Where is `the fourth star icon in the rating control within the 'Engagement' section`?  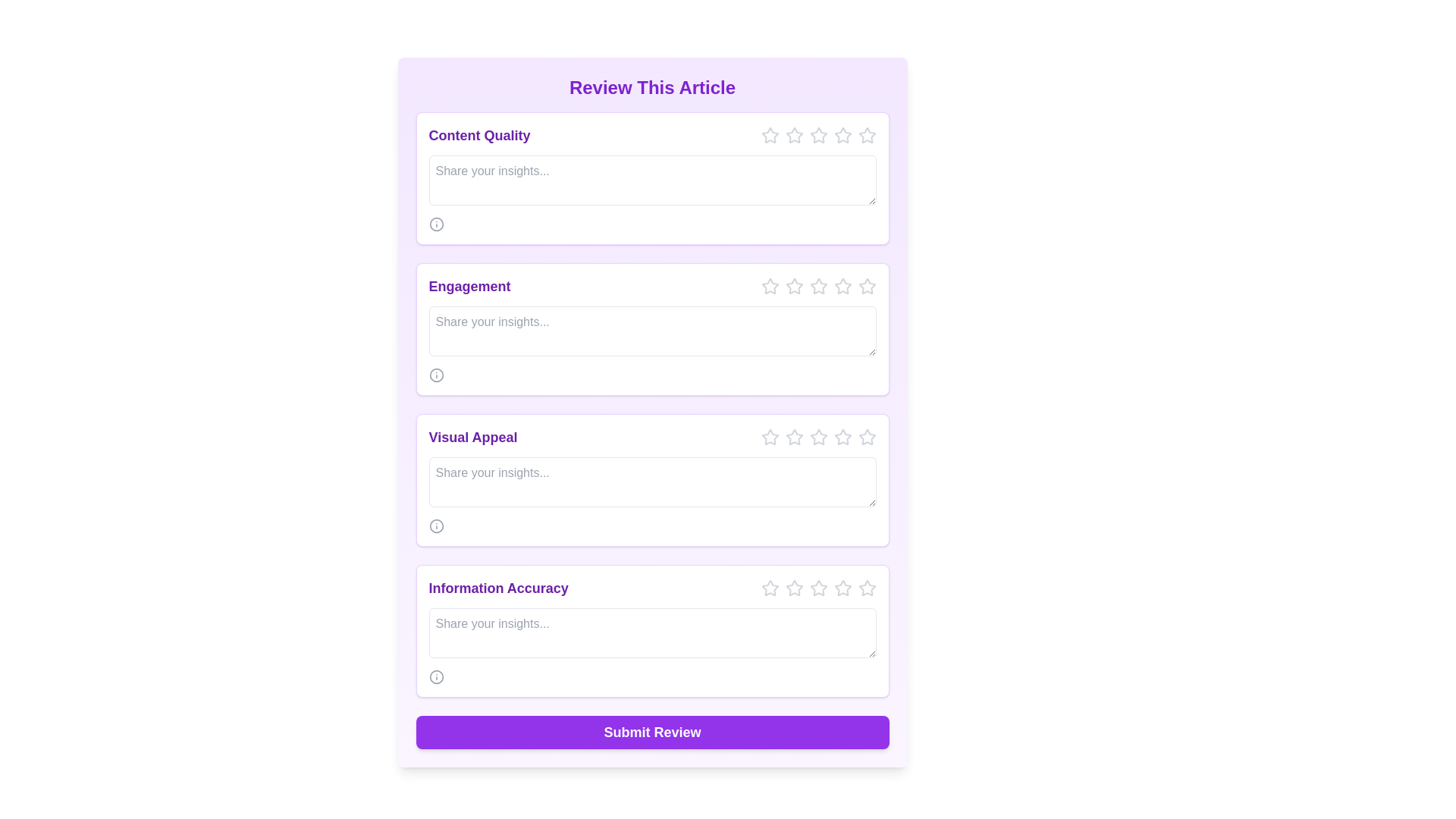 the fourth star icon in the rating control within the 'Engagement' section is located at coordinates (817, 287).